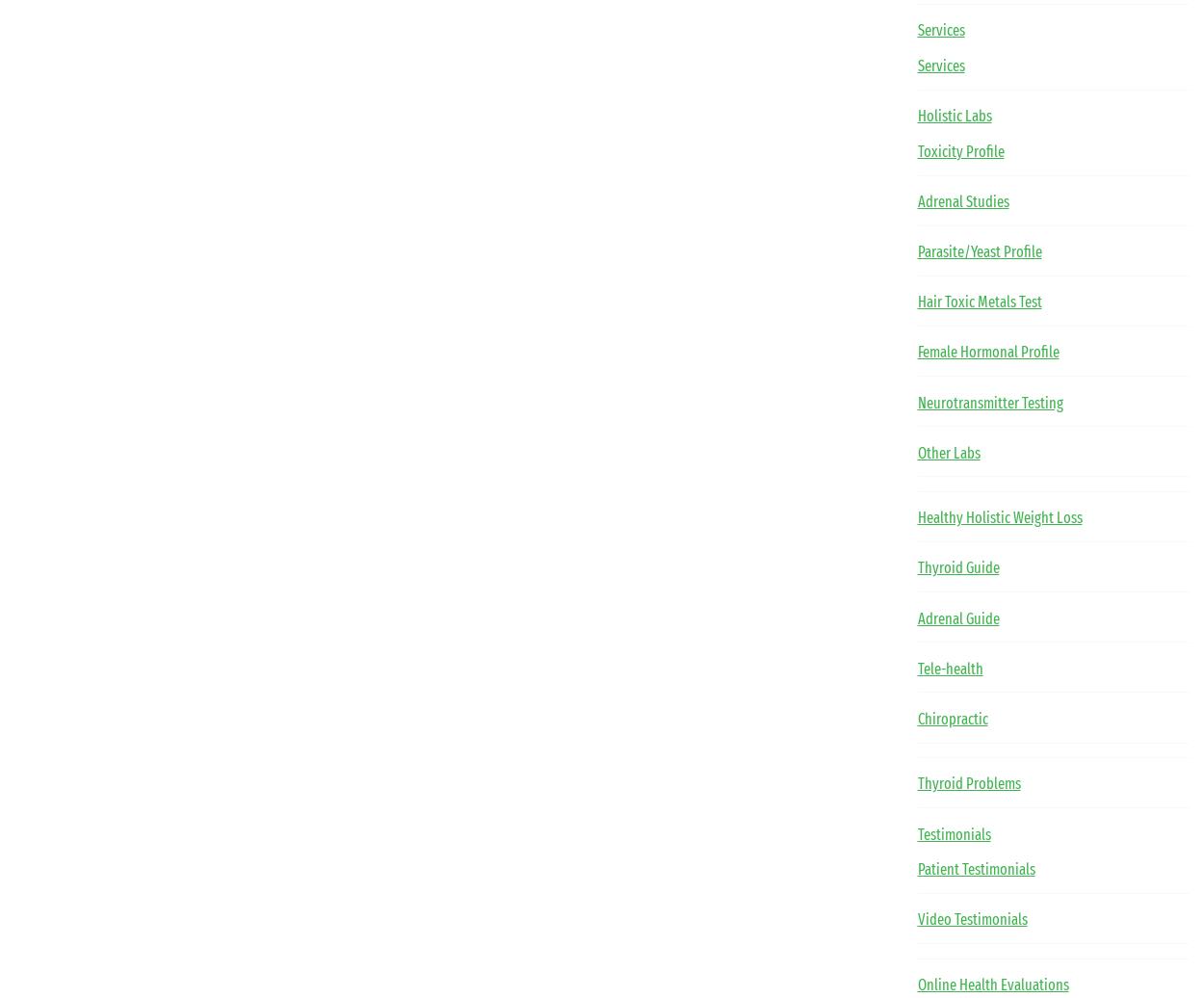  Describe the element at coordinates (956, 617) in the screenshot. I see `'Adrenal Guide'` at that location.